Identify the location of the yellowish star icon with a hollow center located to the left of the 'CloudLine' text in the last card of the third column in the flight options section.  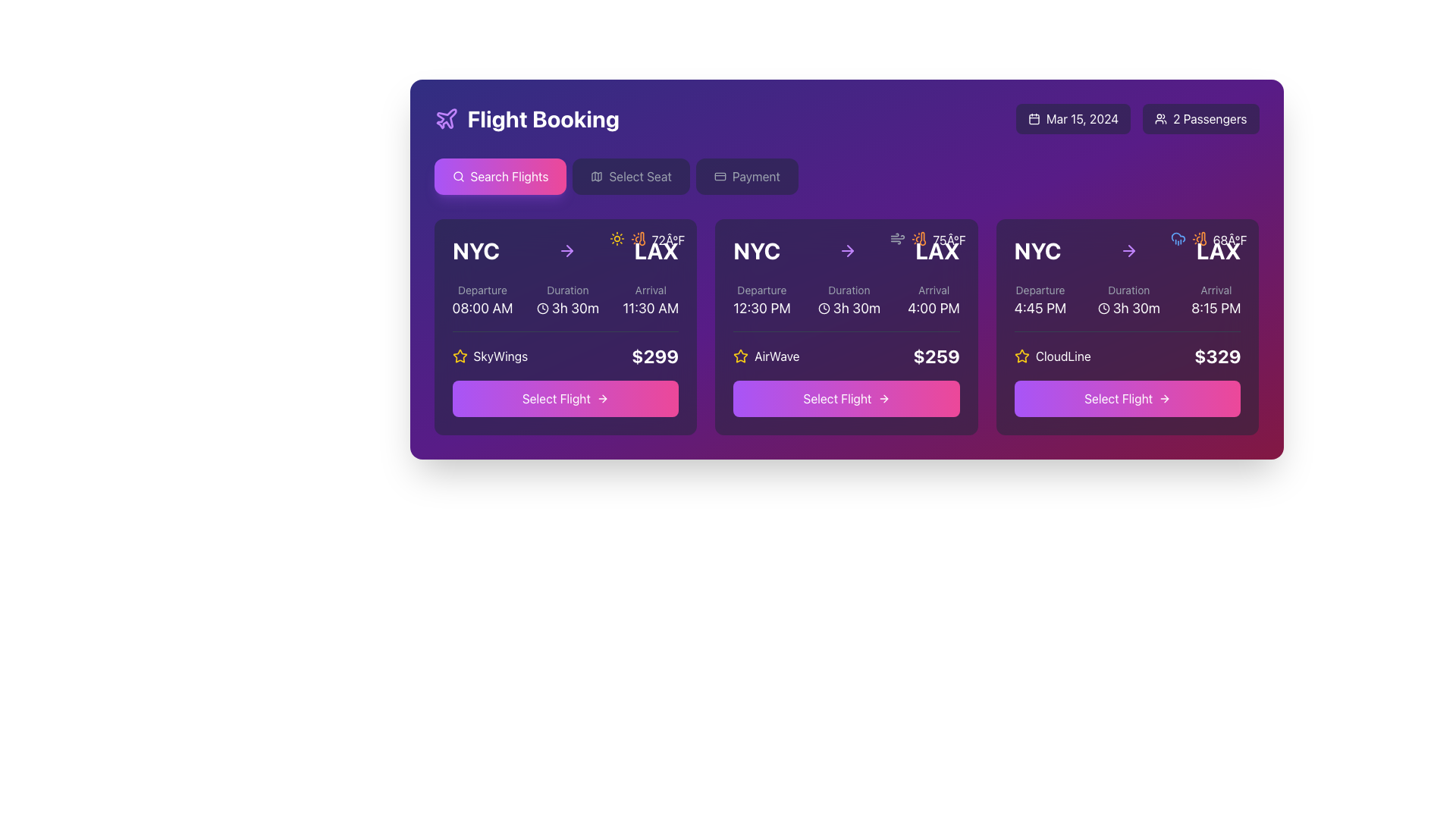
(1021, 356).